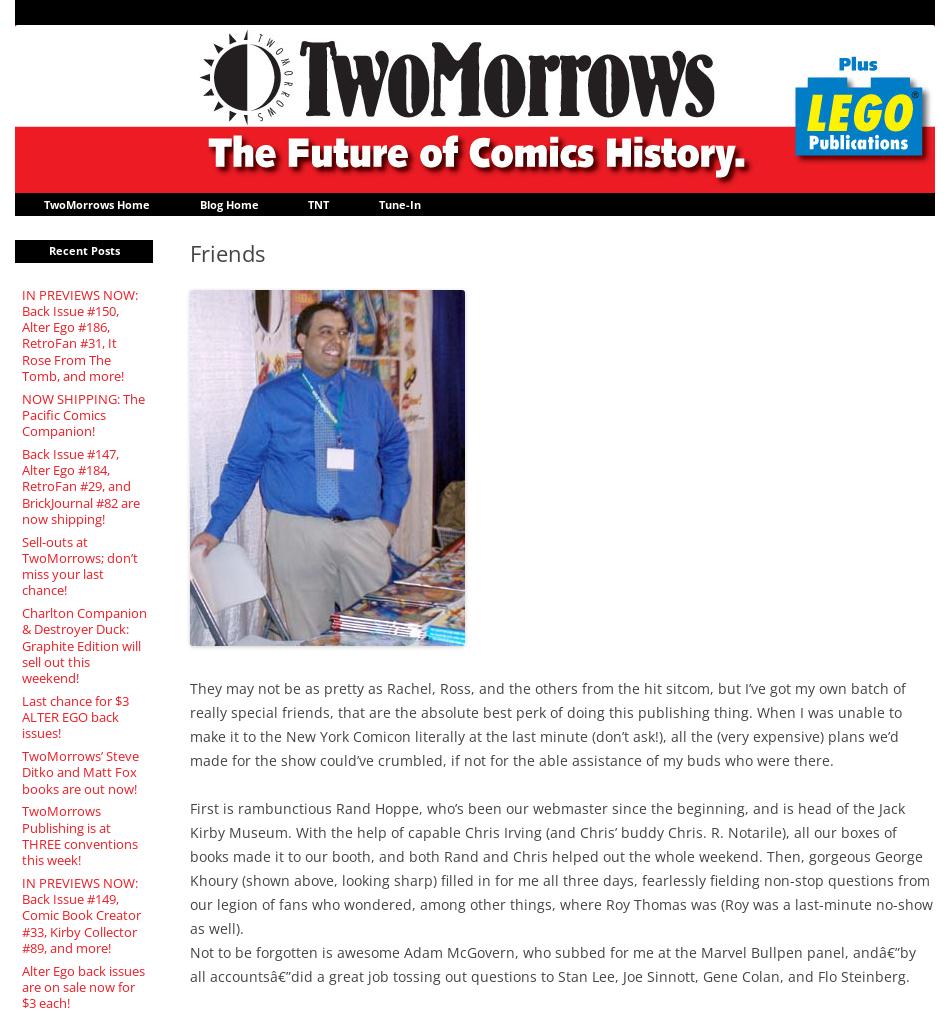  Describe the element at coordinates (80, 914) in the screenshot. I see `'IN PREVIEWS NOW: Back Issue #149, Comic Book Creator #33, Kirby Collector #89, and more!'` at that location.